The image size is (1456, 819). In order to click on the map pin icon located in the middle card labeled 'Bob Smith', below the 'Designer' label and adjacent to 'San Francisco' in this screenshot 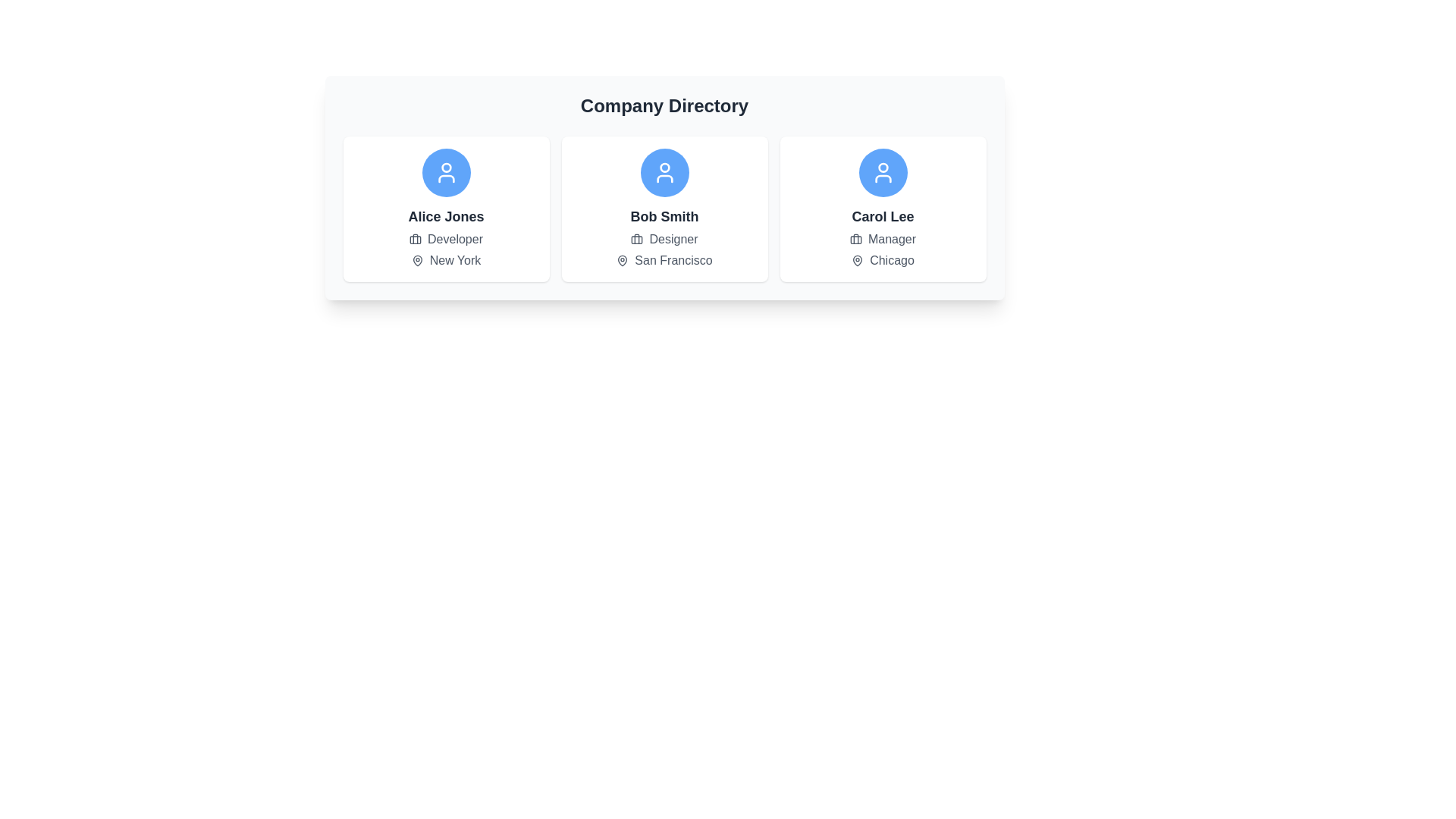, I will do `click(623, 259)`.